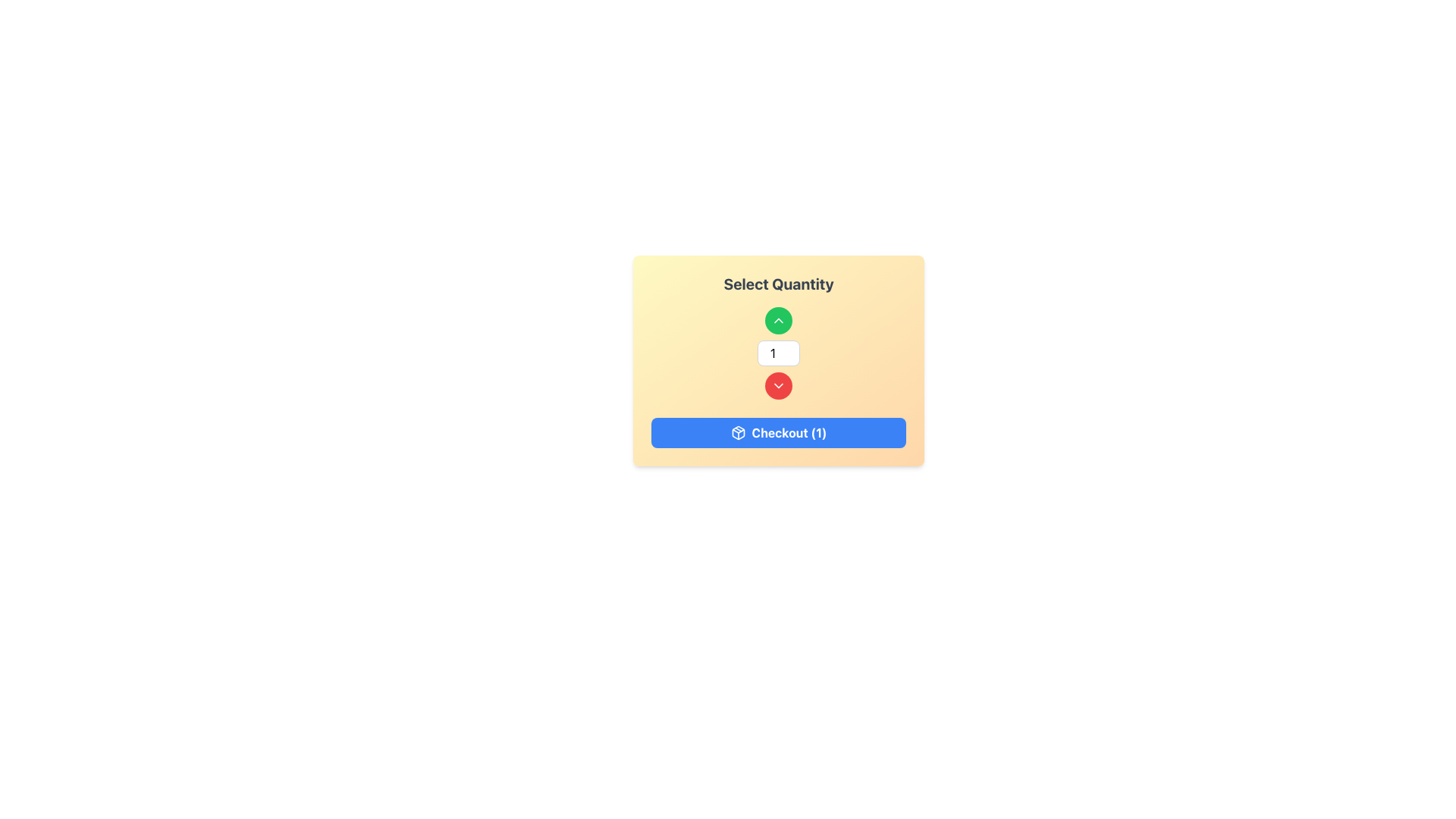  I want to click on the upward-pointing chevron icon located centrally within the green circular button to increment the value displayed in the text box below, so click(779, 320).